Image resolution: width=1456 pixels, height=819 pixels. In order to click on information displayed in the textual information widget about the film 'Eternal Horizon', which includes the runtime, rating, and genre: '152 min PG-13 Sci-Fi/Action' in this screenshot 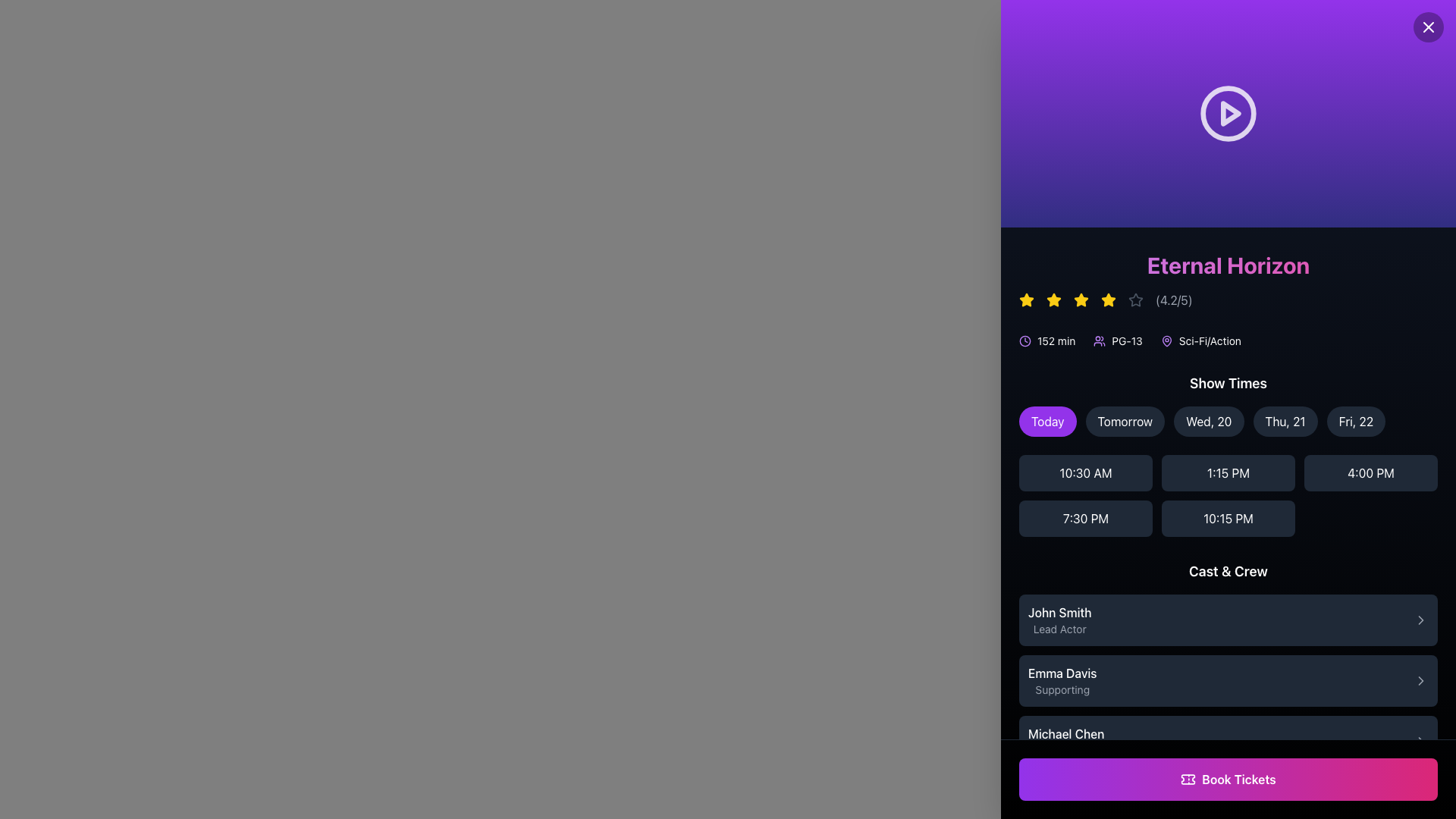, I will do `click(1228, 341)`.